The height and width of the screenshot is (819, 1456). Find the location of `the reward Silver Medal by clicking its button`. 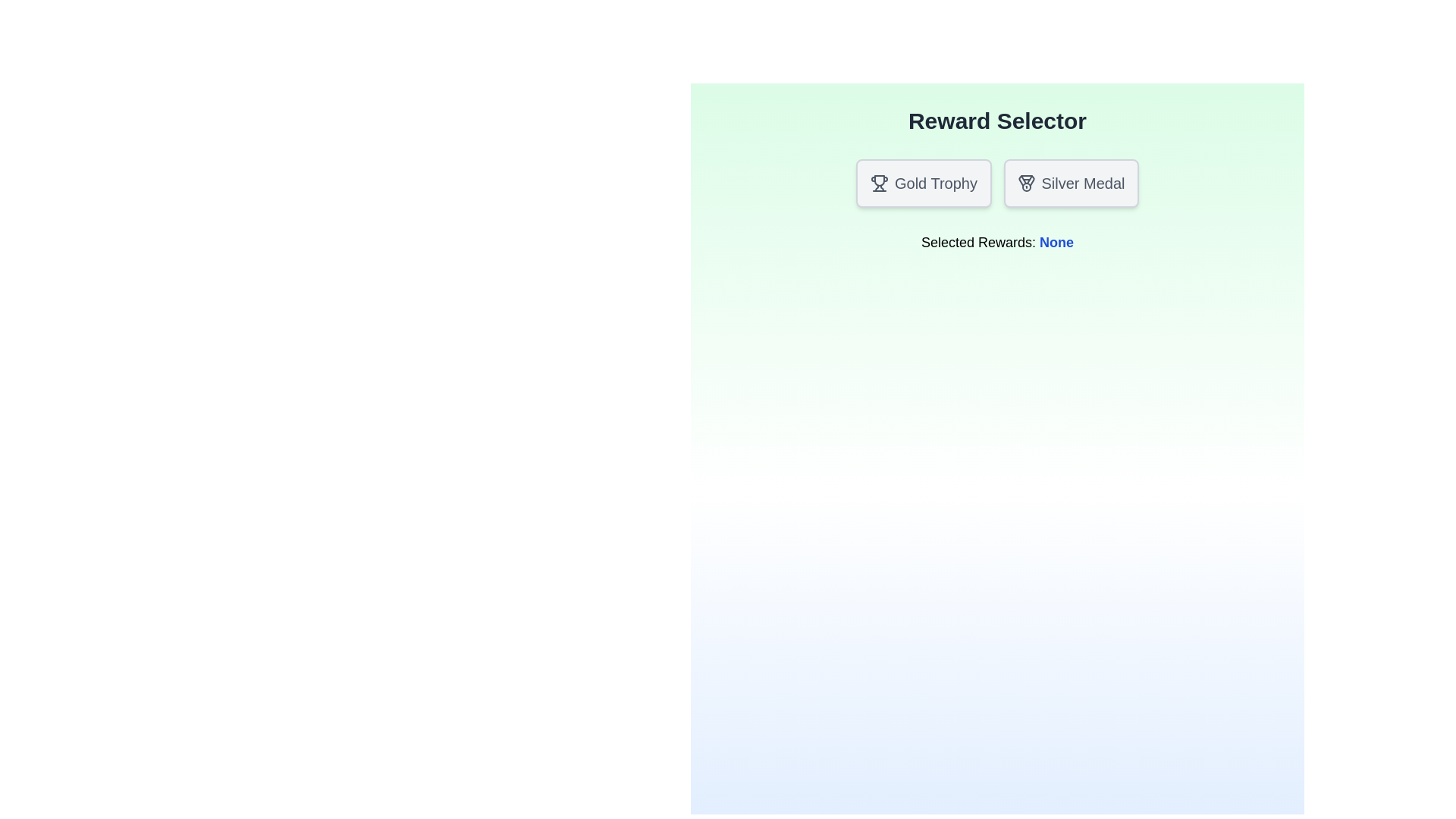

the reward Silver Medal by clicking its button is located at coordinates (1070, 183).